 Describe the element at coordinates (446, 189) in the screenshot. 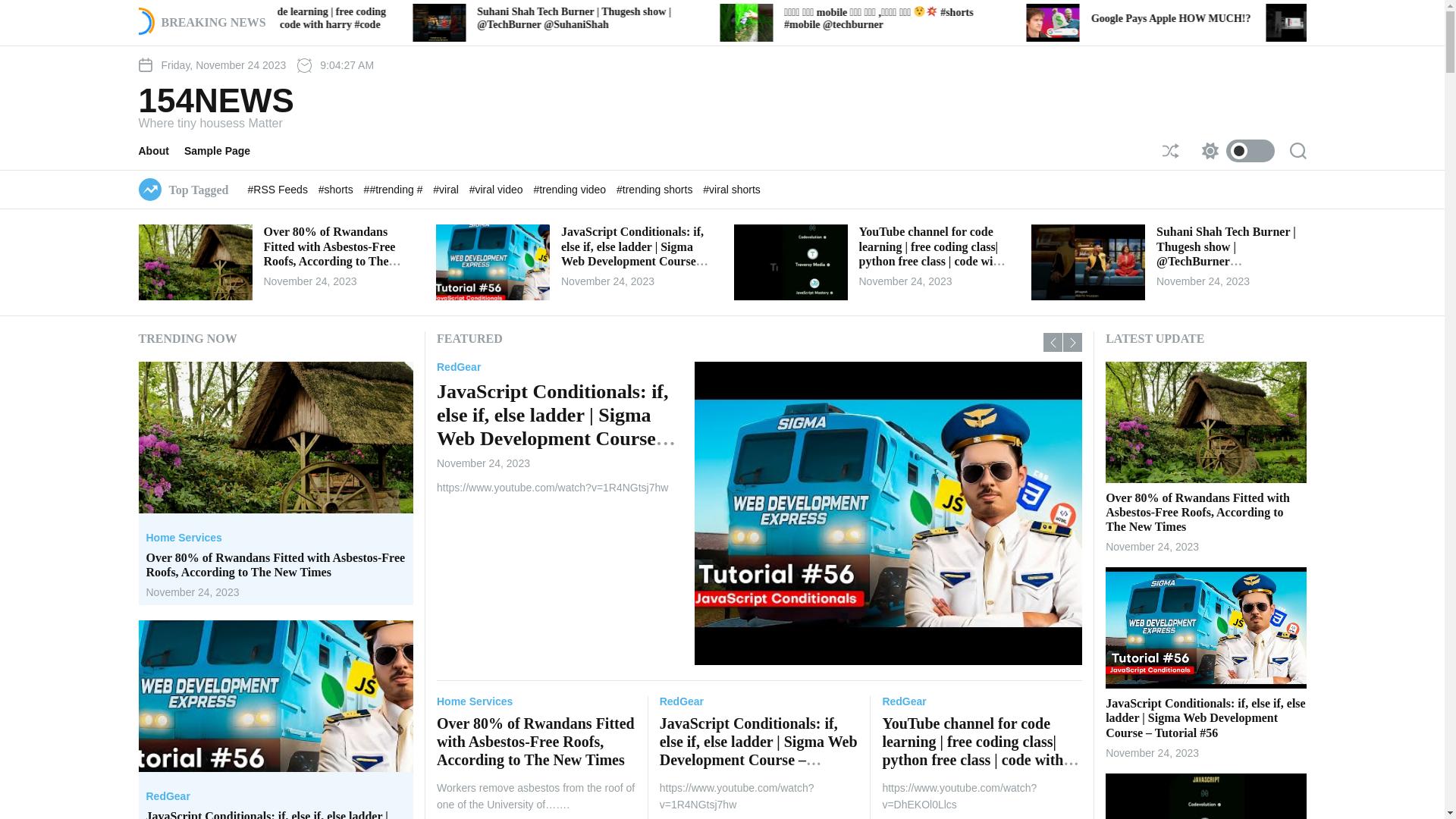

I see `'#viral'` at that location.